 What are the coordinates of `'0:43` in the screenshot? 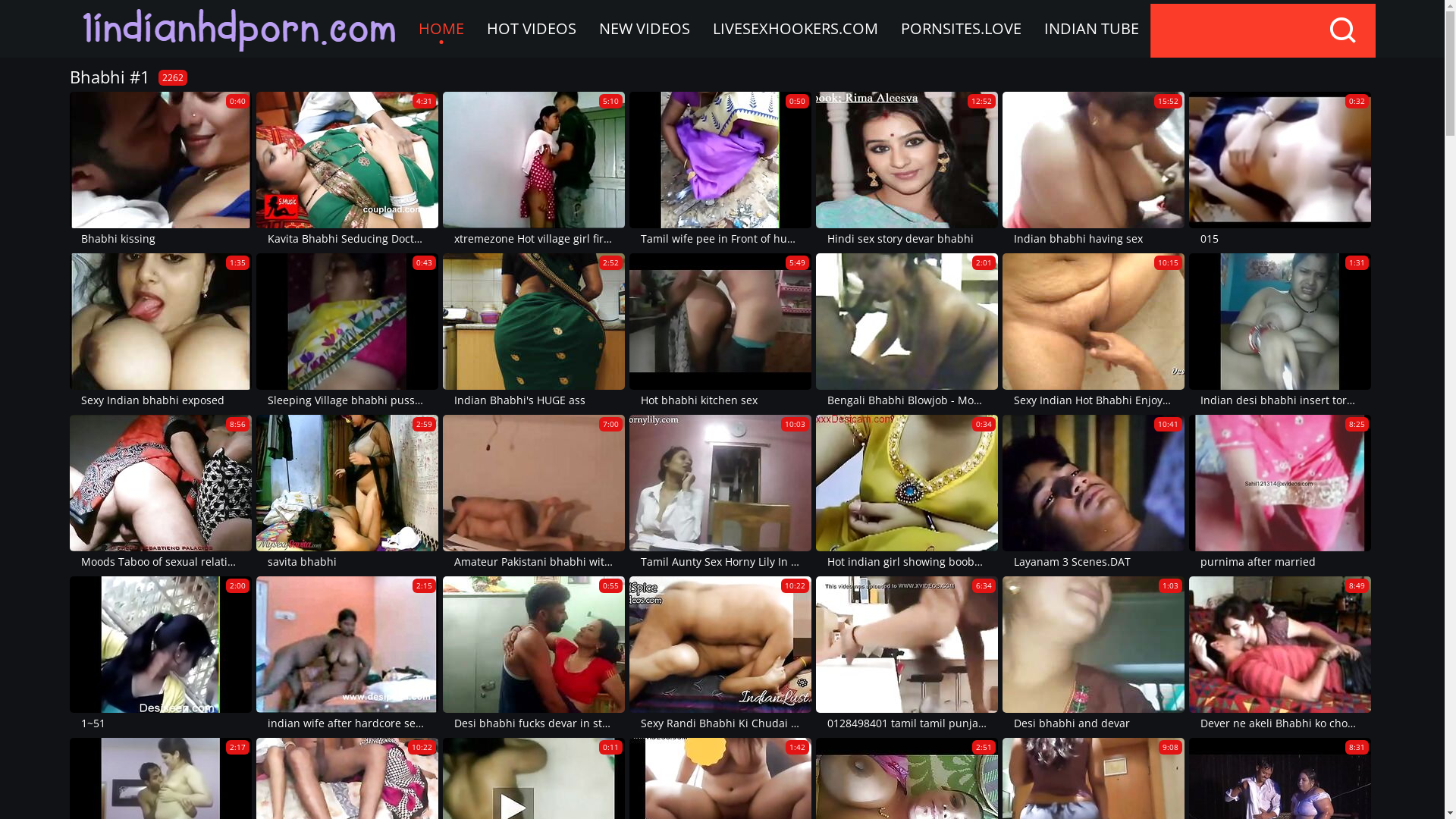 It's located at (346, 331).